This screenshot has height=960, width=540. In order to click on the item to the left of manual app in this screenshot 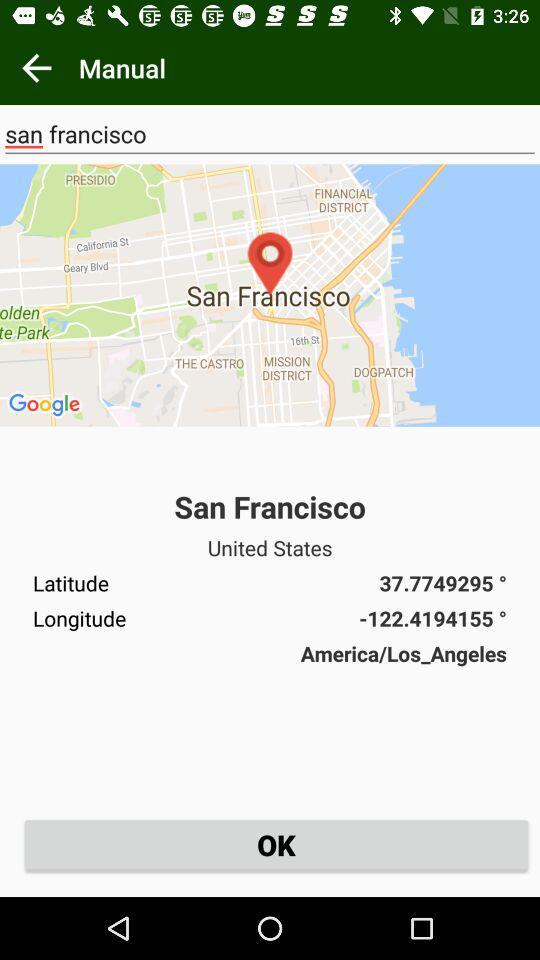, I will do `click(36, 68)`.